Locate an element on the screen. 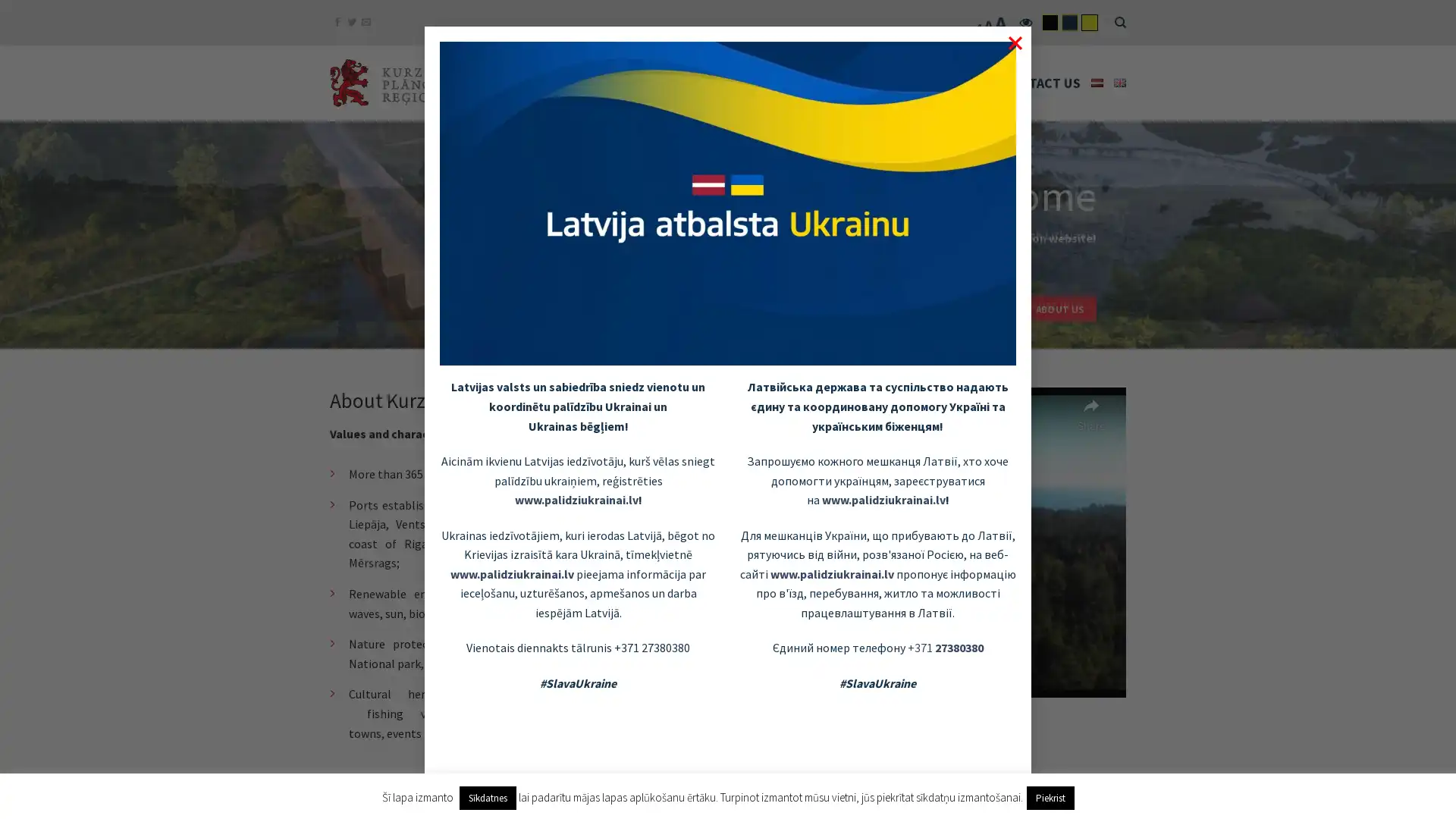 The width and height of the screenshot is (1456, 819). previous is located at coordinates (47, 234).